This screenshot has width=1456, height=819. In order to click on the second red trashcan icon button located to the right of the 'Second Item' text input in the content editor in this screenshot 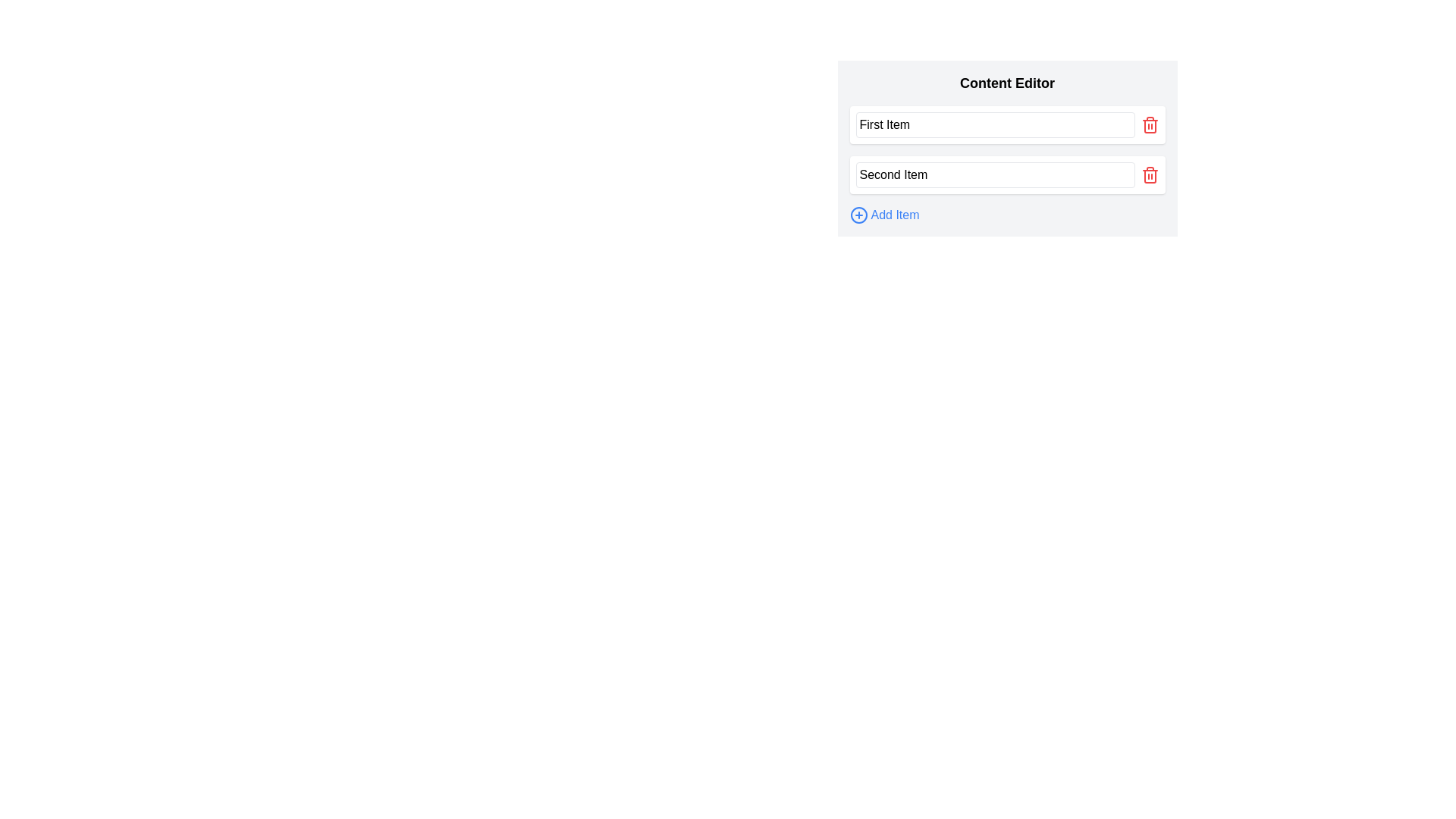, I will do `click(1150, 174)`.